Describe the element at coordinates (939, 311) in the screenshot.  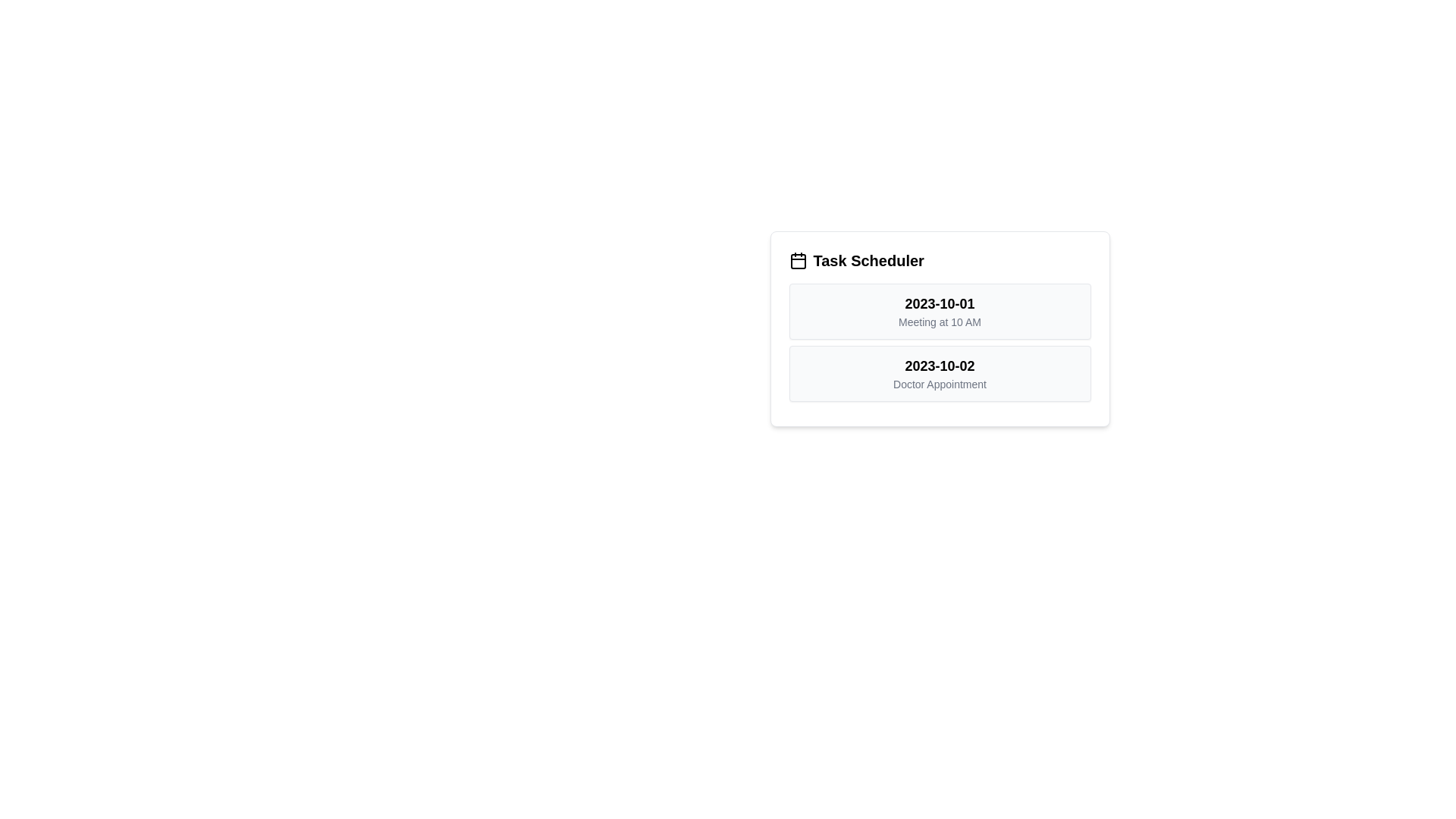
I see `the Event Card displaying the date '2023-10-01' and the text 'Meeting at 10 AM' for additional details` at that location.